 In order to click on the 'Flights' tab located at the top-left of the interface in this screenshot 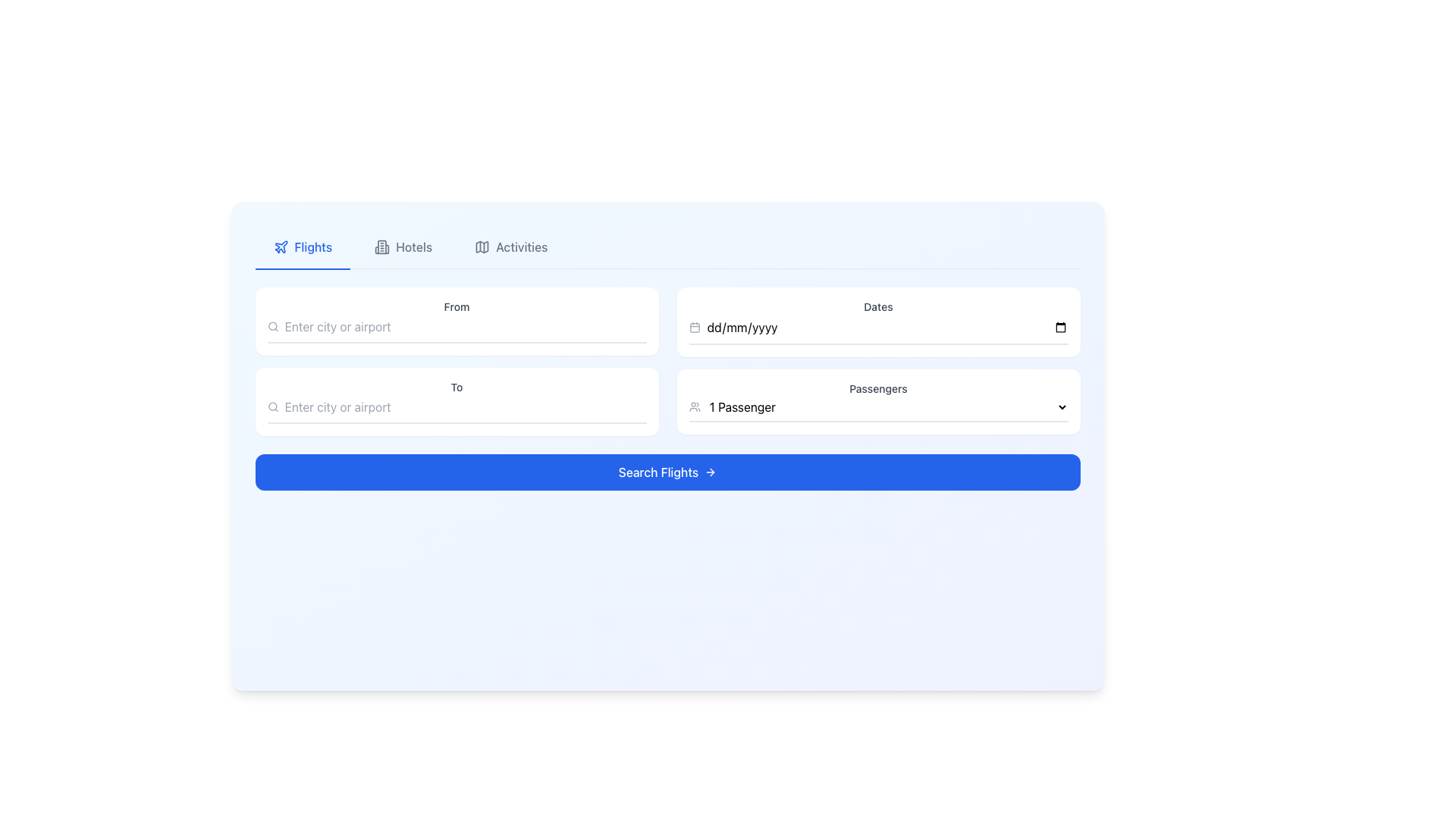, I will do `click(303, 247)`.